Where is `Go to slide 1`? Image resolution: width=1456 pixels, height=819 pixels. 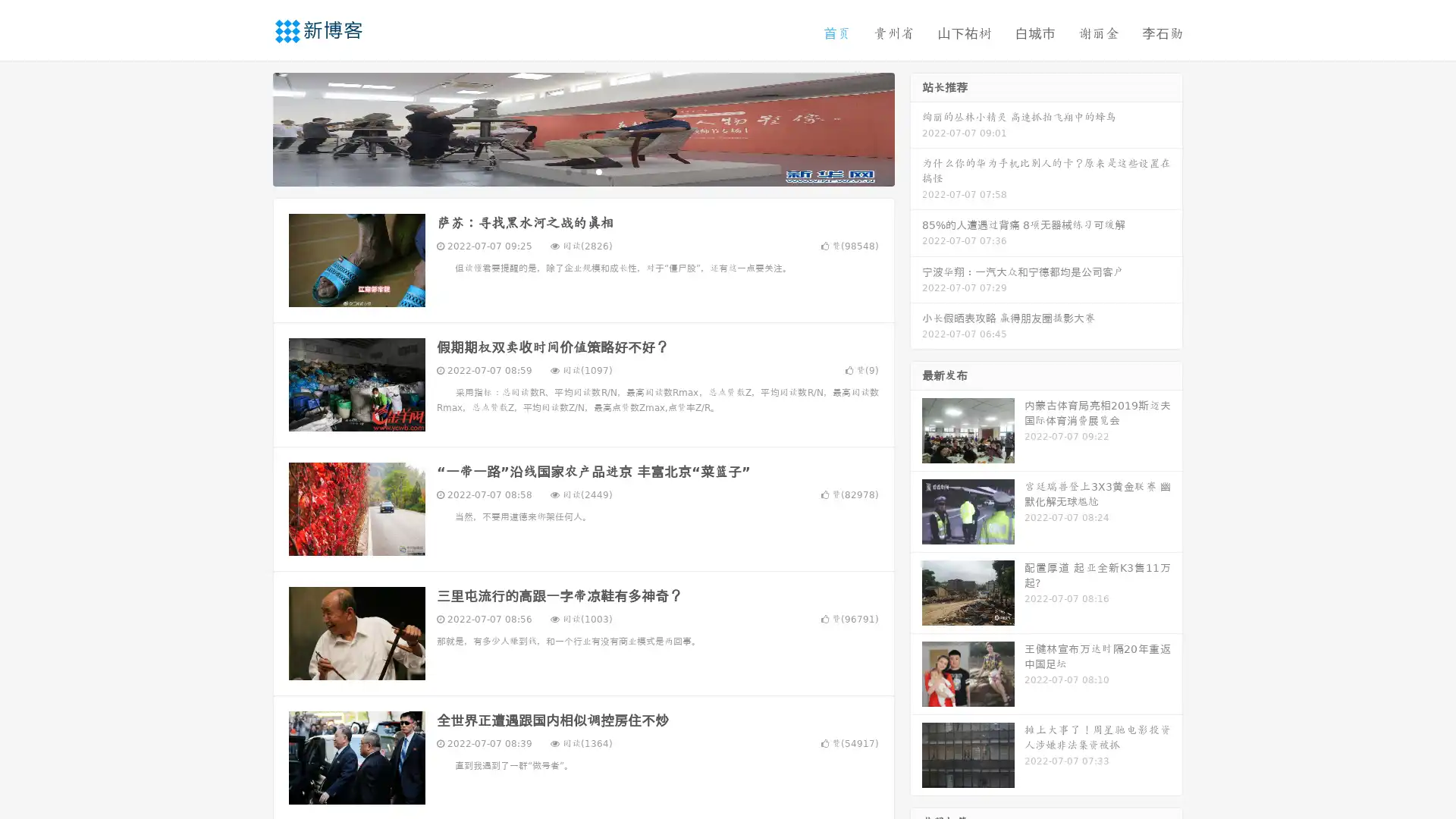 Go to slide 1 is located at coordinates (567, 171).